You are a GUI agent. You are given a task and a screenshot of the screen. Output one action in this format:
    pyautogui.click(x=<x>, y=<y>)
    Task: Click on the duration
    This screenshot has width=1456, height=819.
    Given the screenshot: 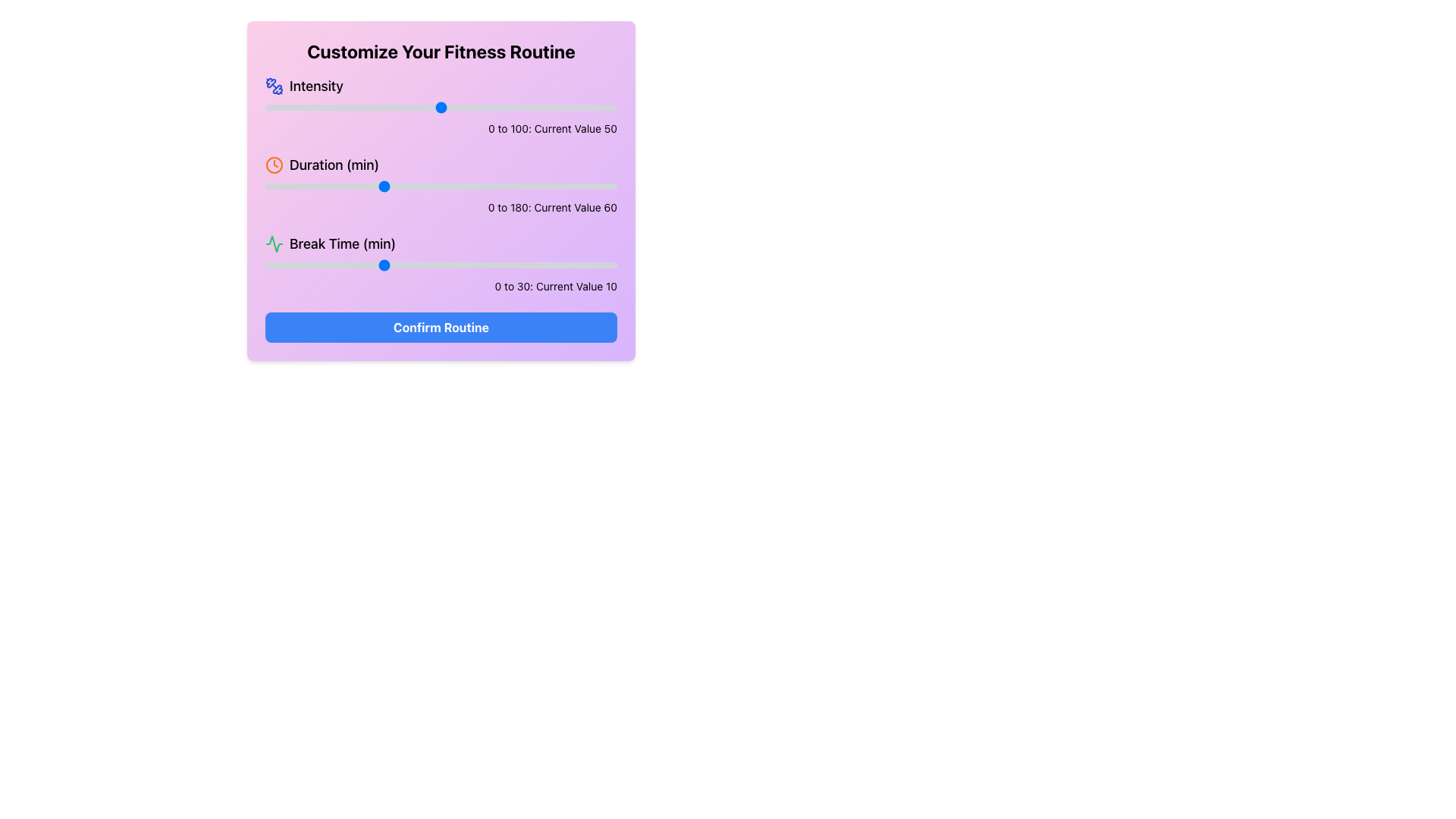 What is the action you would take?
    pyautogui.click(x=294, y=186)
    